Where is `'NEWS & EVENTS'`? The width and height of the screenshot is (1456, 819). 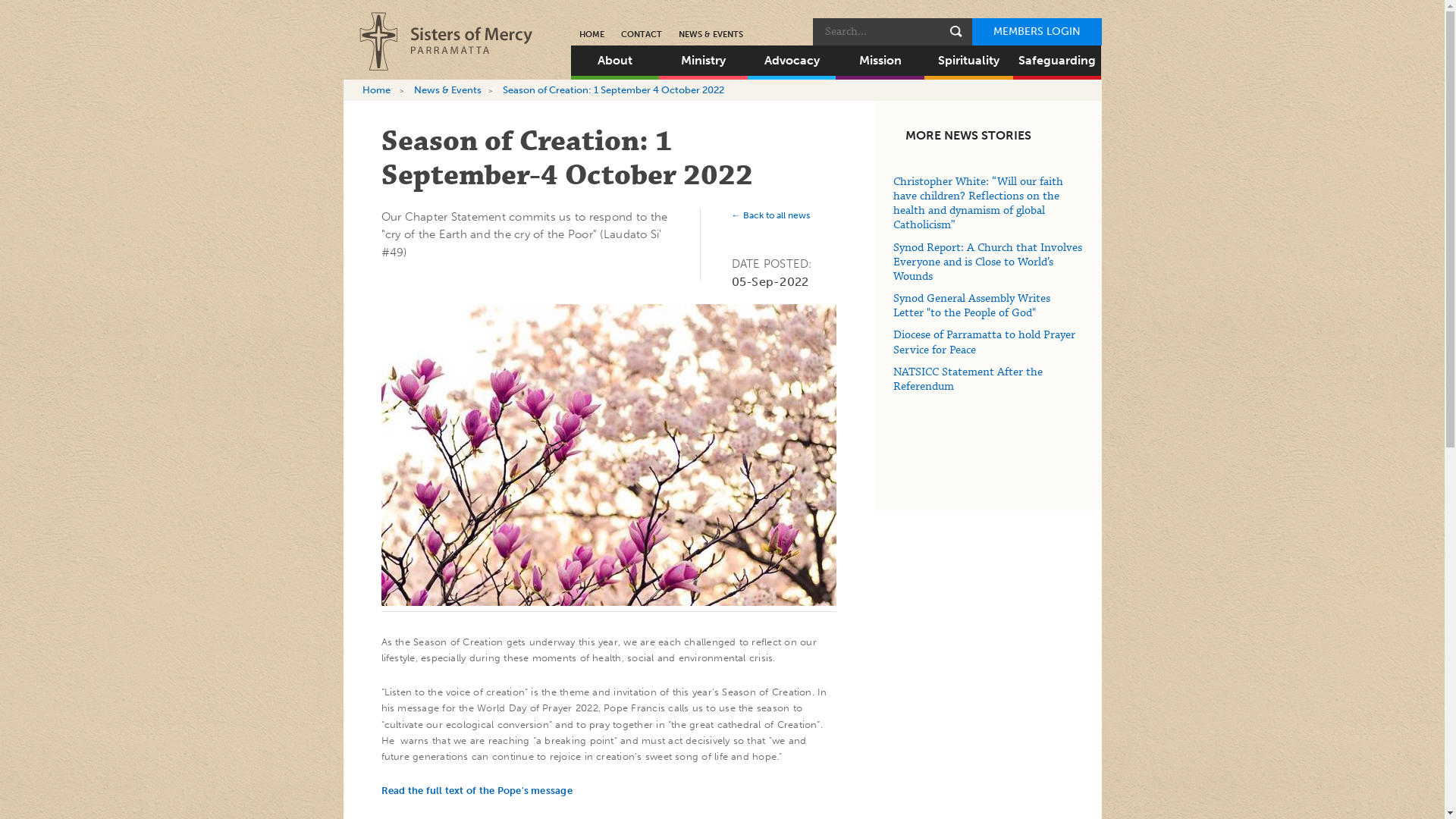 'NEWS & EVENTS' is located at coordinates (710, 34).